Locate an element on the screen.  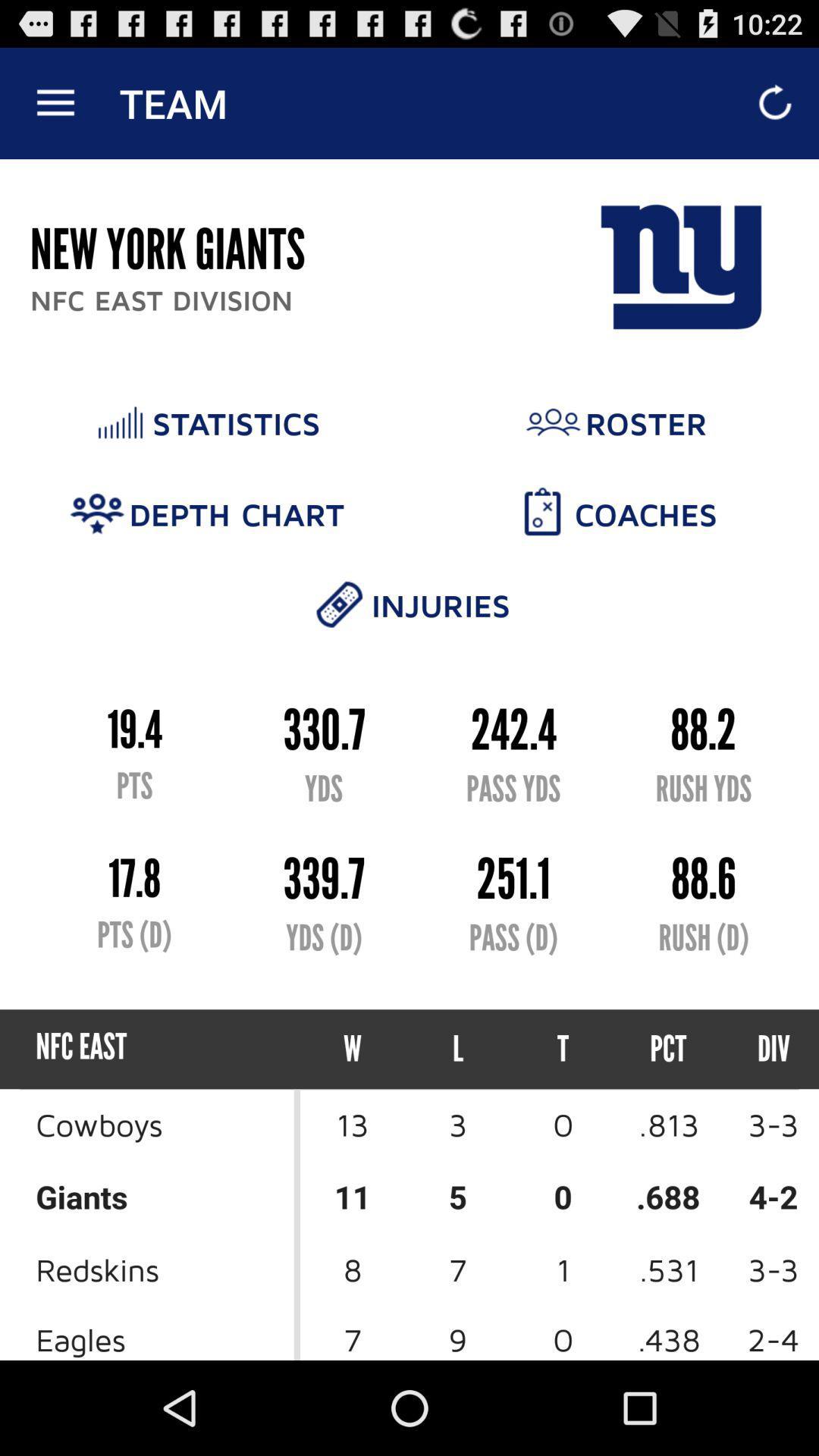
the icon next to pct is located at coordinates (563, 1048).